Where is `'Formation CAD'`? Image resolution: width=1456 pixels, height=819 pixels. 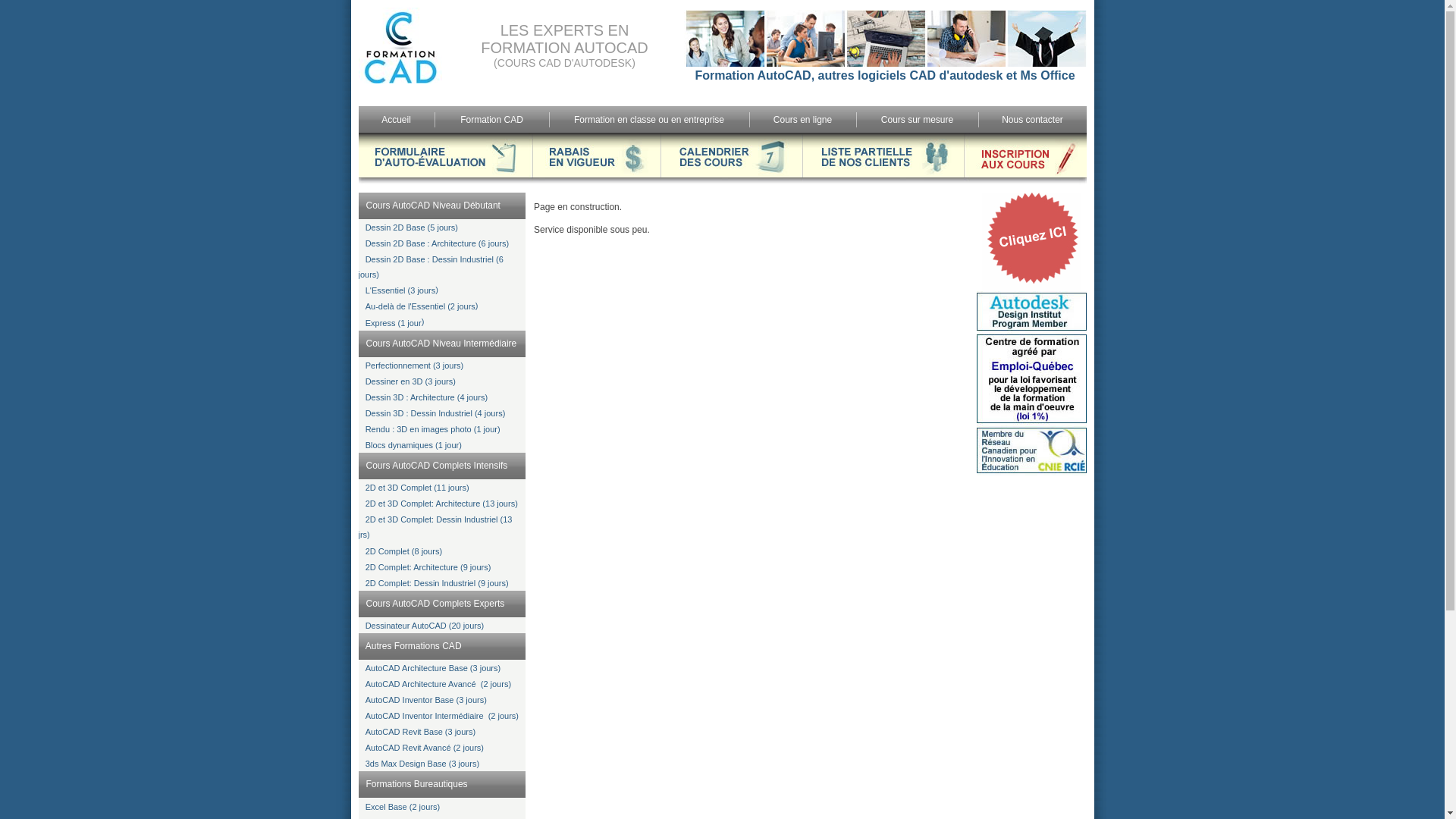 'Formation CAD' is located at coordinates (491, 118).